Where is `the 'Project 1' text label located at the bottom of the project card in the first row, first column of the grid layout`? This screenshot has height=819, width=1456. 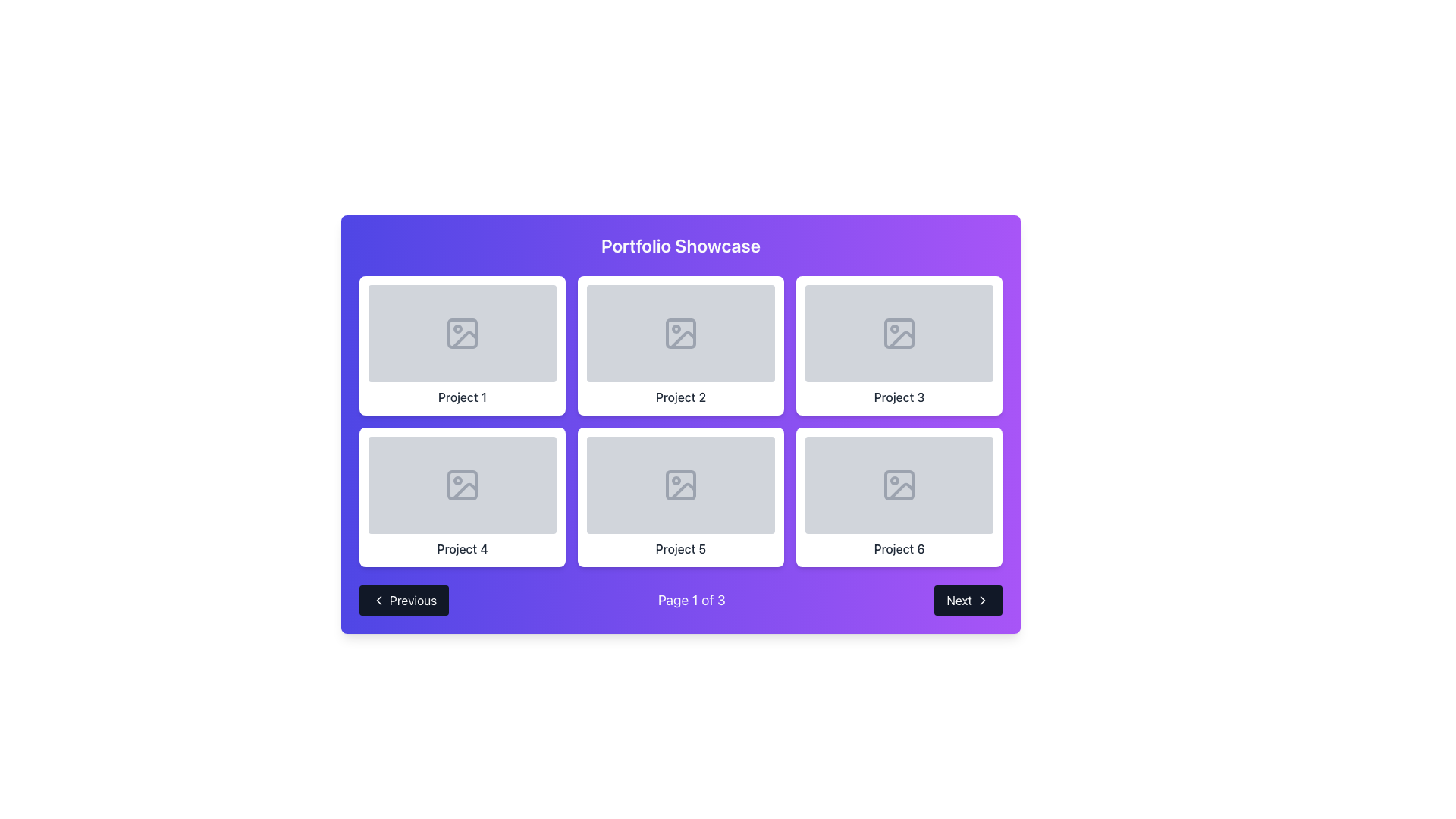
the 'Project 1' text label located at the bottom of the project card in the first row, first column of the grid layout is located at coordinates (461, 397).